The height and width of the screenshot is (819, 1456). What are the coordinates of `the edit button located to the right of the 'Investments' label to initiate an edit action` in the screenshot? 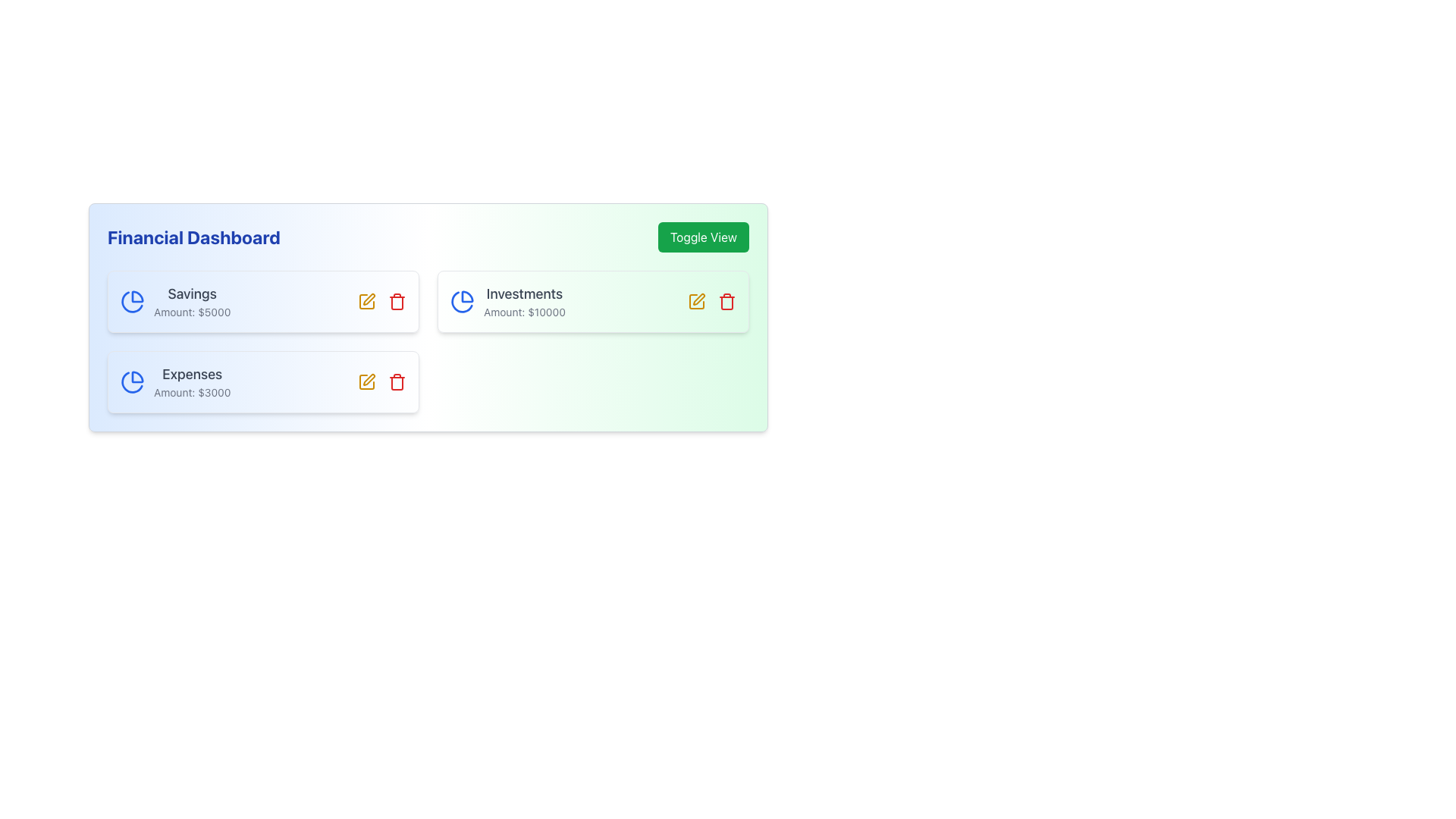 It's located at (695, 301).